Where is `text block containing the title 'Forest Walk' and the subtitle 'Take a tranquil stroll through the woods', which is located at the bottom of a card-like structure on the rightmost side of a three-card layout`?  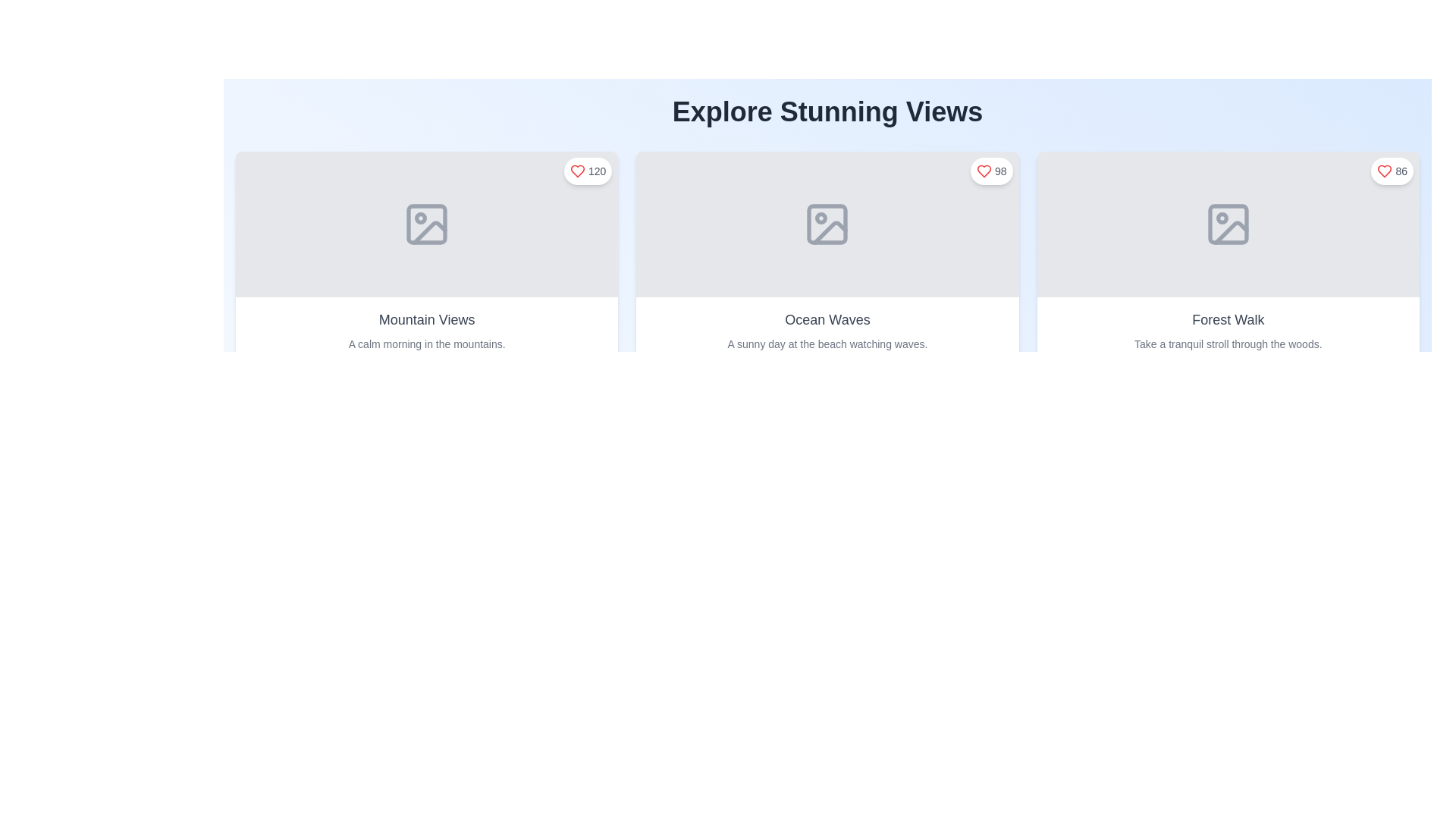 text block containing the title 'Forest Walk' and the subtitle 'Take a tranquil stroll through the woods', which is located at the bottom of a card-like structure on the rightmost side of a three-card layout is located at coordinates (1228, 329).